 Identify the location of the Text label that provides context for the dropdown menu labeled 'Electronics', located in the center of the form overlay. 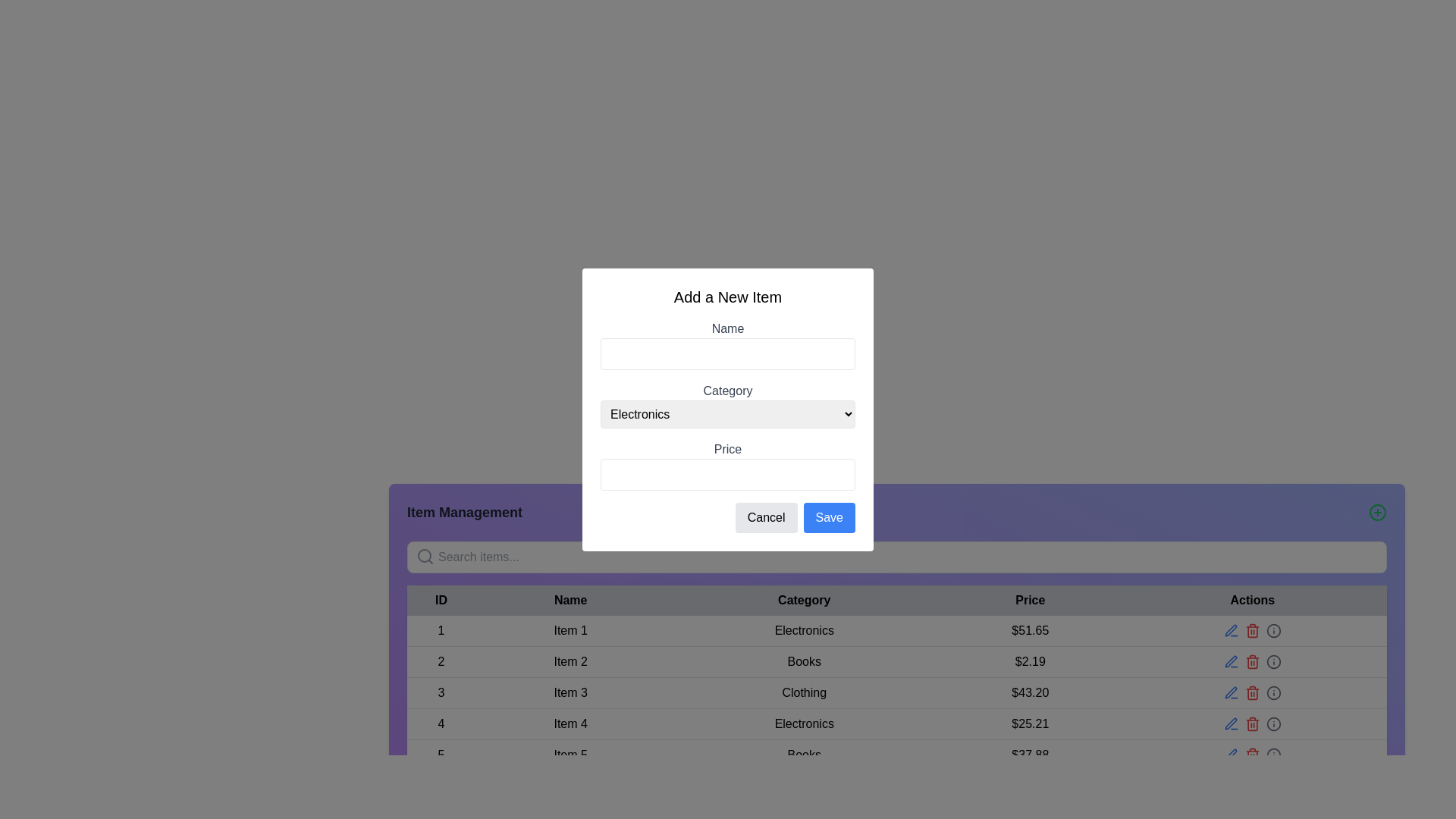
(728, 390).